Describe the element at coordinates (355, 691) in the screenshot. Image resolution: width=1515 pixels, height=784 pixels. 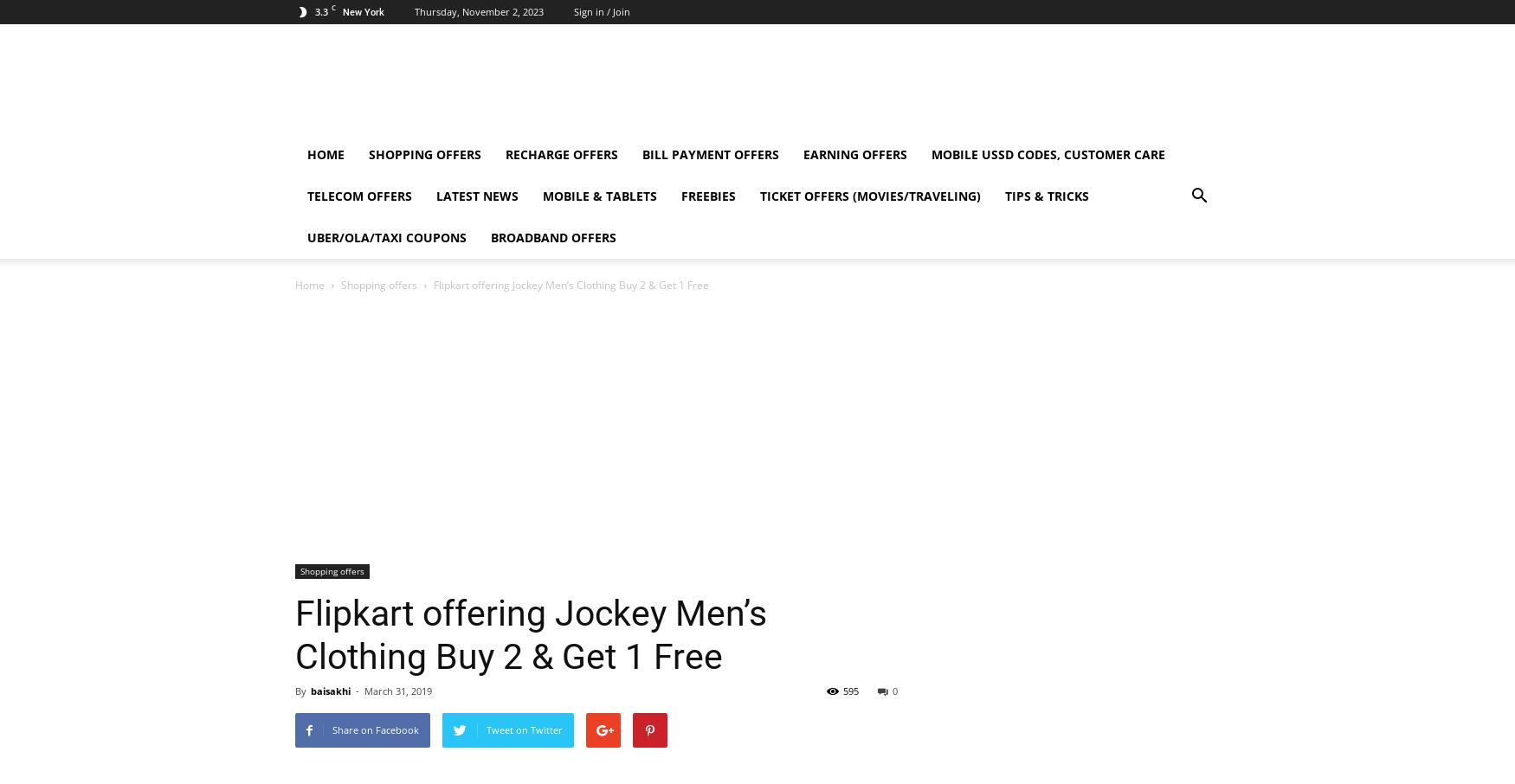
I see `'-'` at that location.